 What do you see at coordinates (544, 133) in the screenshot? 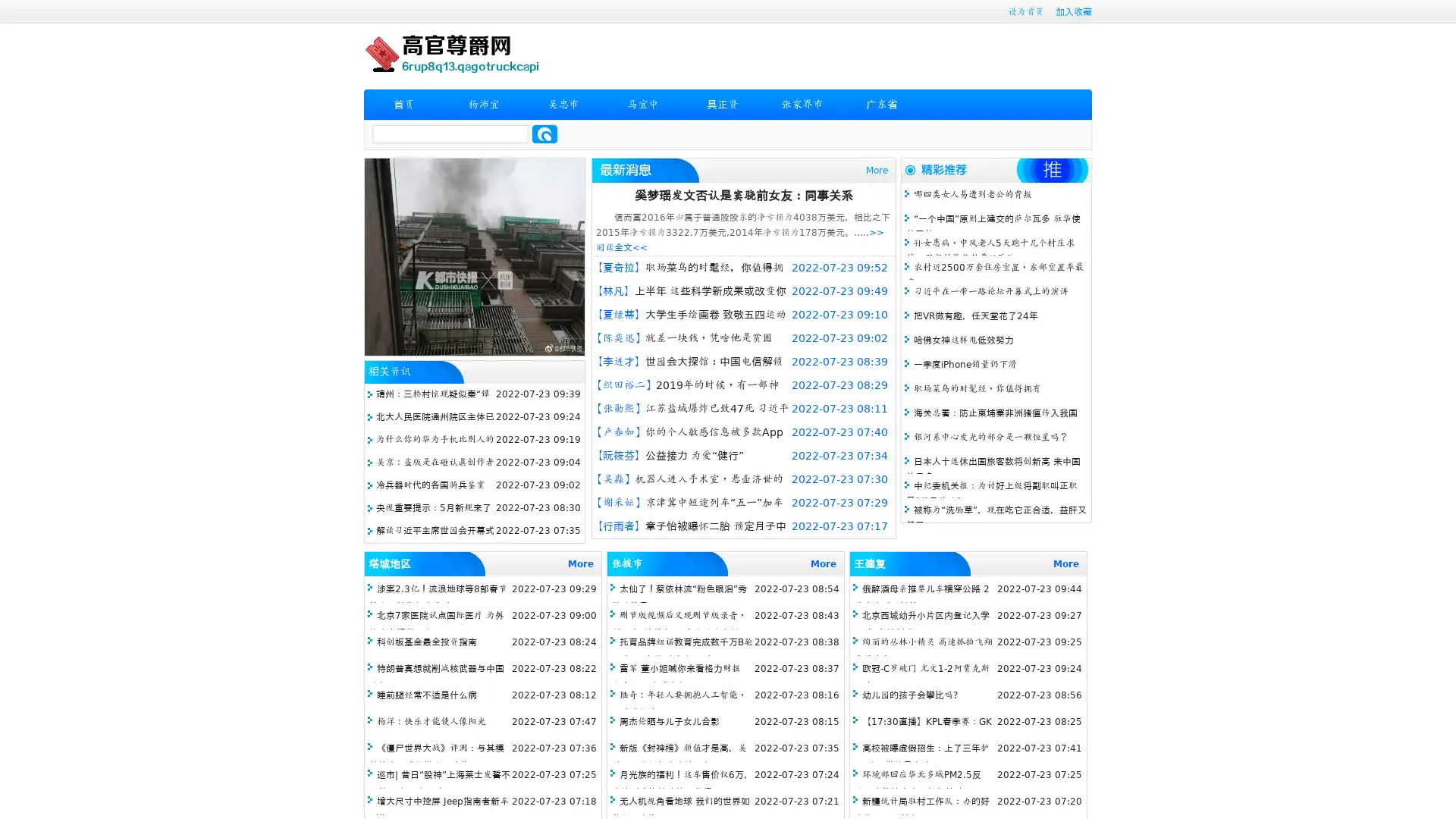
I see `Search` at bounding box center [544, 133].